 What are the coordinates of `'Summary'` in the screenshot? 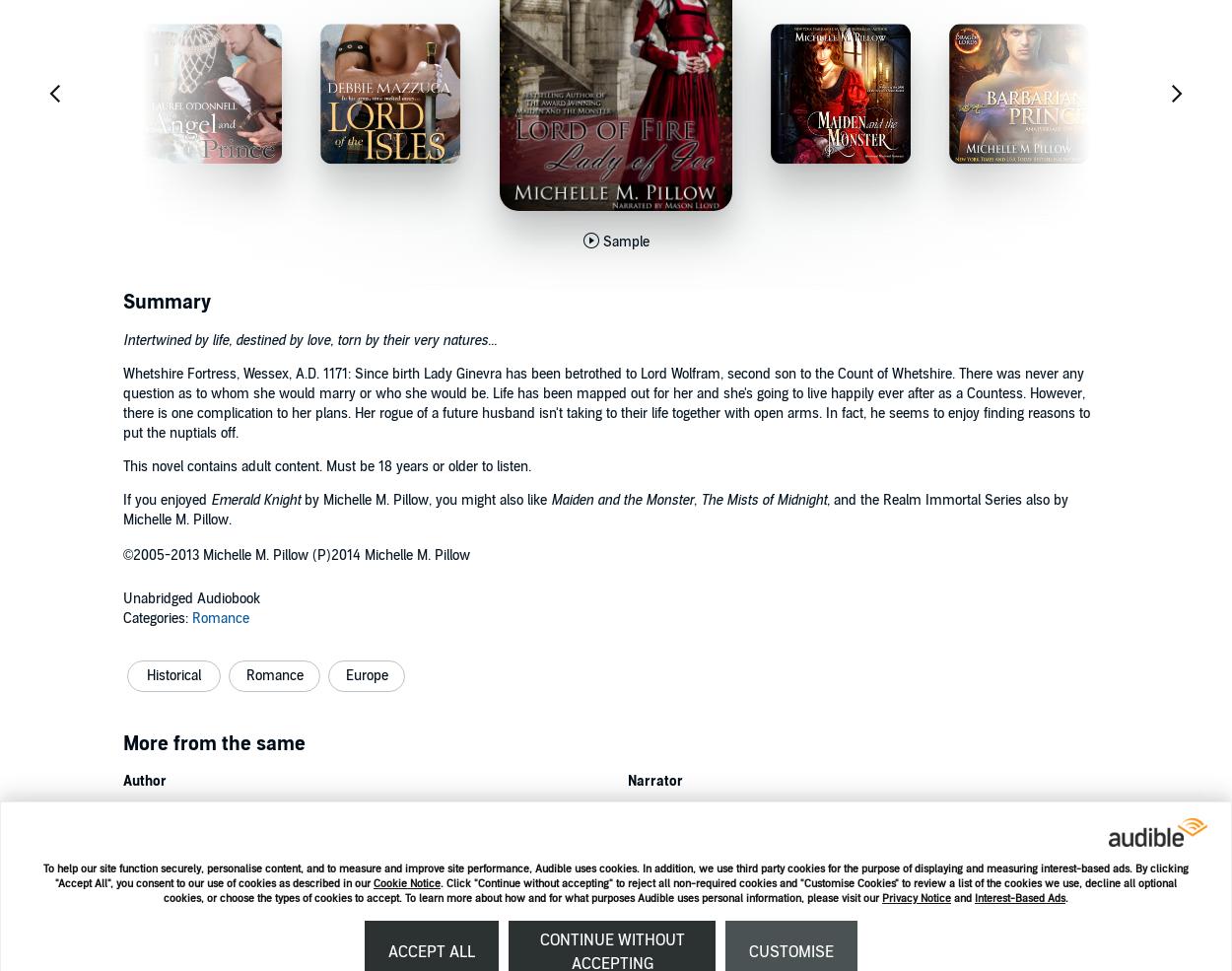 It's located at (167, 303).